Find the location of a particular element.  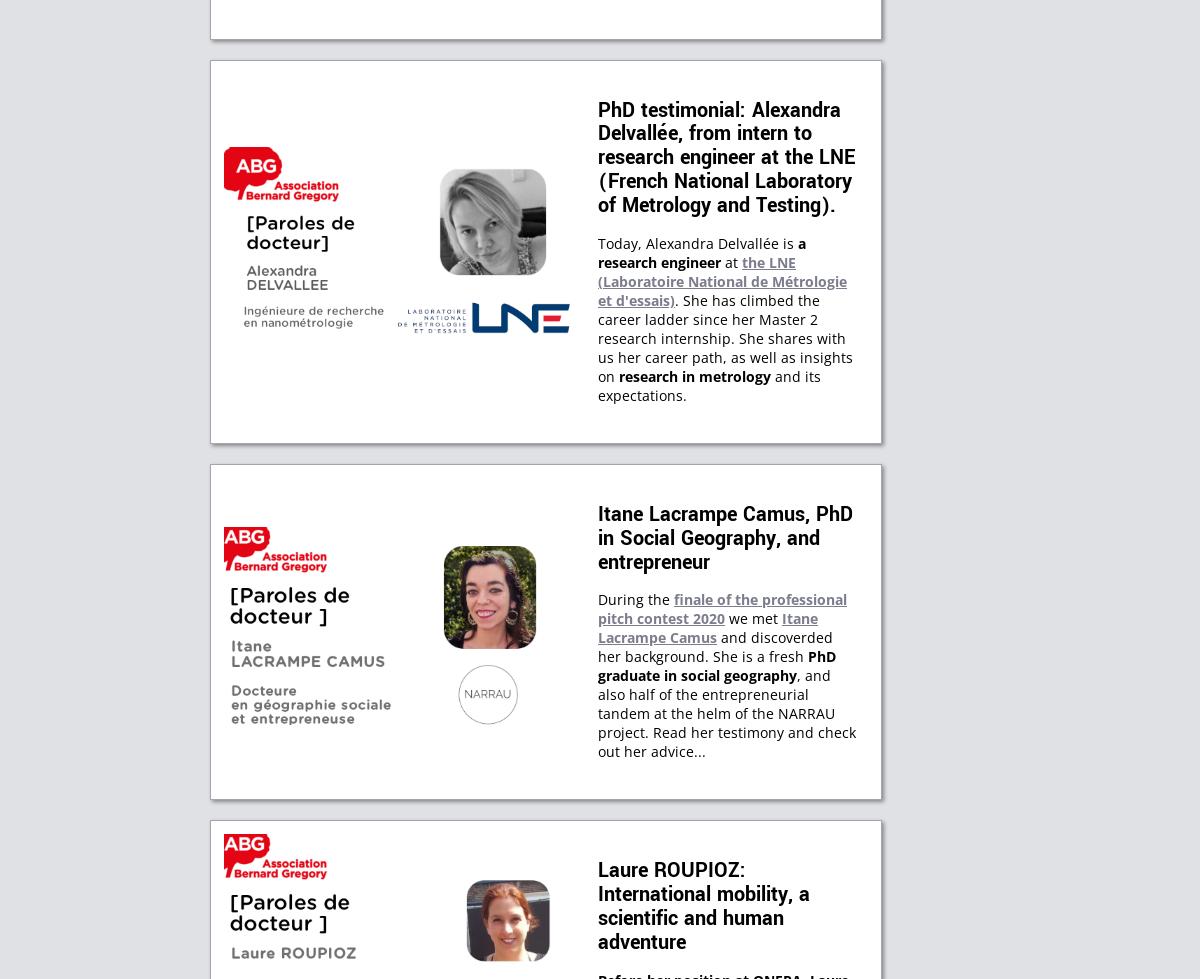

'Itane Lacrampe Camus, PhD in Social Geography, and entrepreneur' is located at coordinates (725, 536).